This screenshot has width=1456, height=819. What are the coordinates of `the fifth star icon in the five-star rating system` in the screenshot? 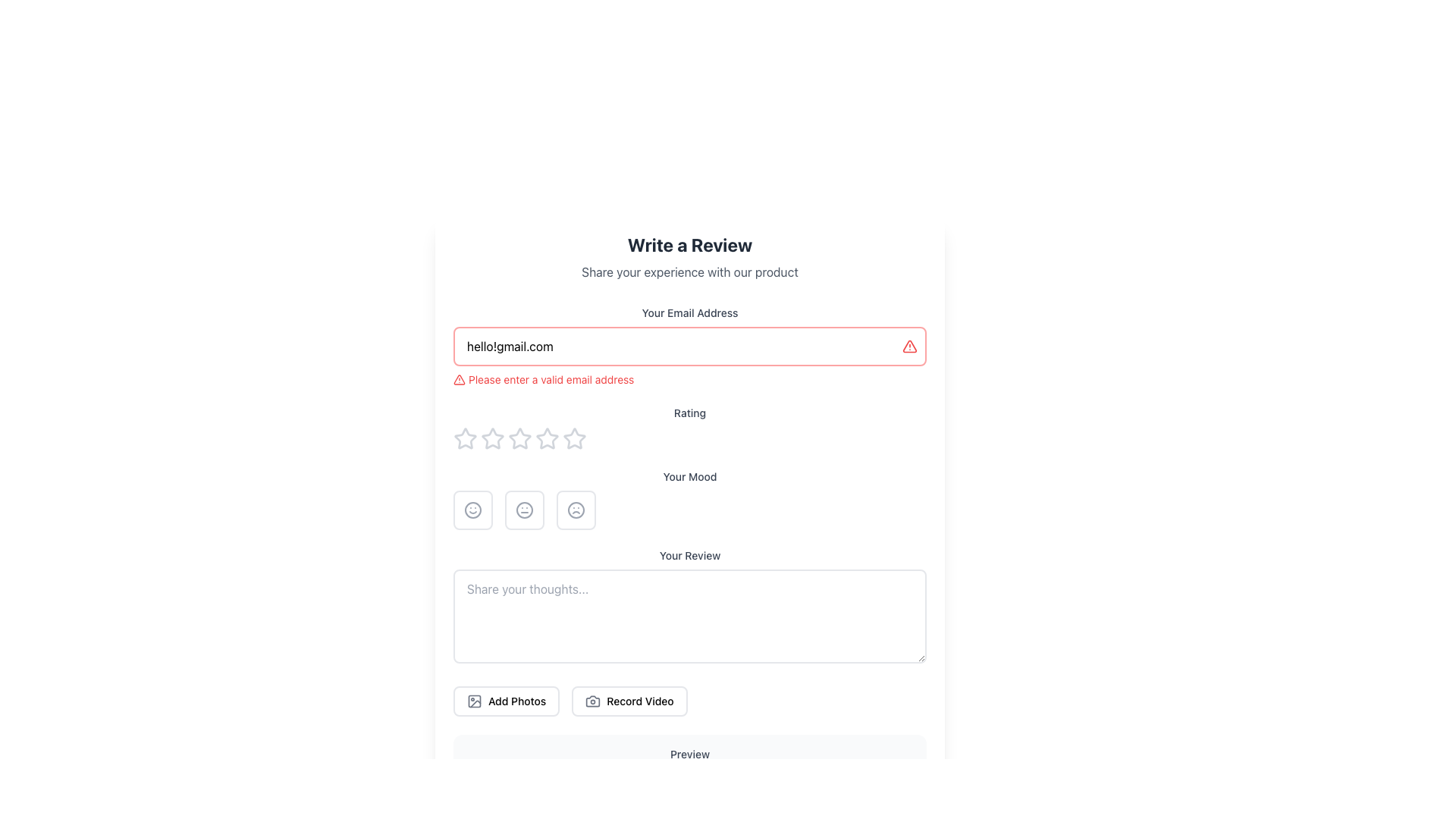 It's located at (574, 438).